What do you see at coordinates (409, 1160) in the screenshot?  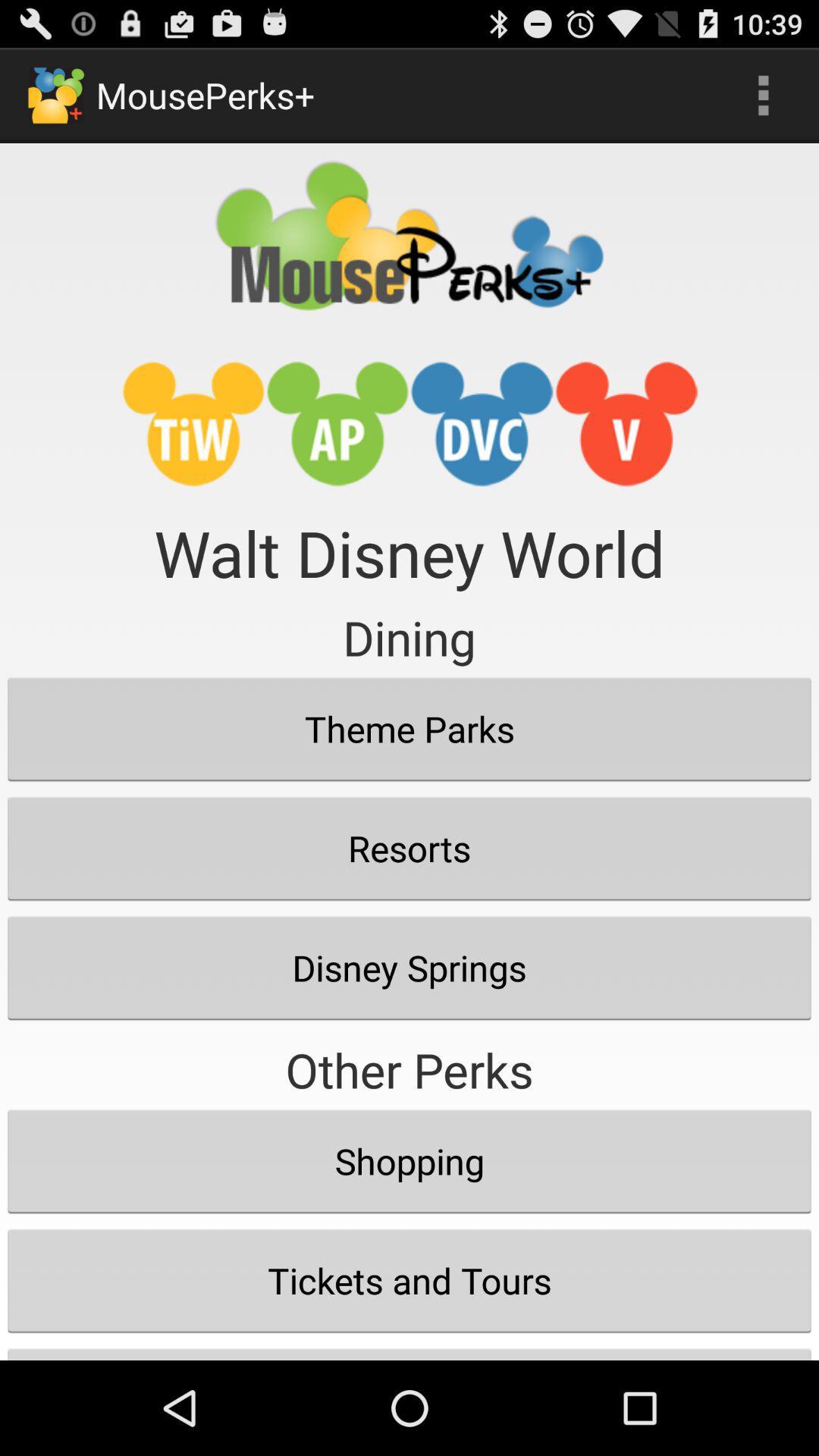 I see `icon below other perks` at bounding box center [409, 1160].